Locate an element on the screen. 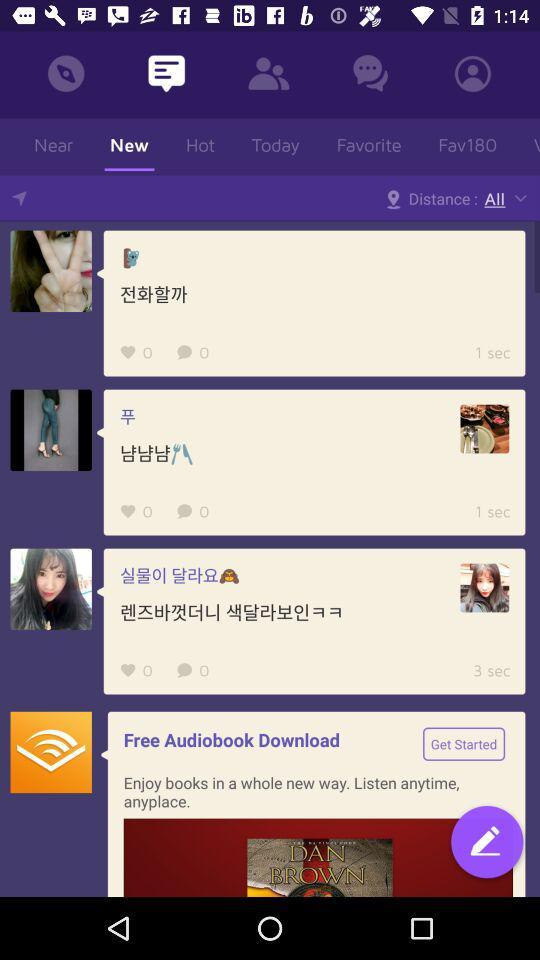 The height and width of the screenshot is (960, 540). the first comment icon in first feed is located at coordinates (184, 352).